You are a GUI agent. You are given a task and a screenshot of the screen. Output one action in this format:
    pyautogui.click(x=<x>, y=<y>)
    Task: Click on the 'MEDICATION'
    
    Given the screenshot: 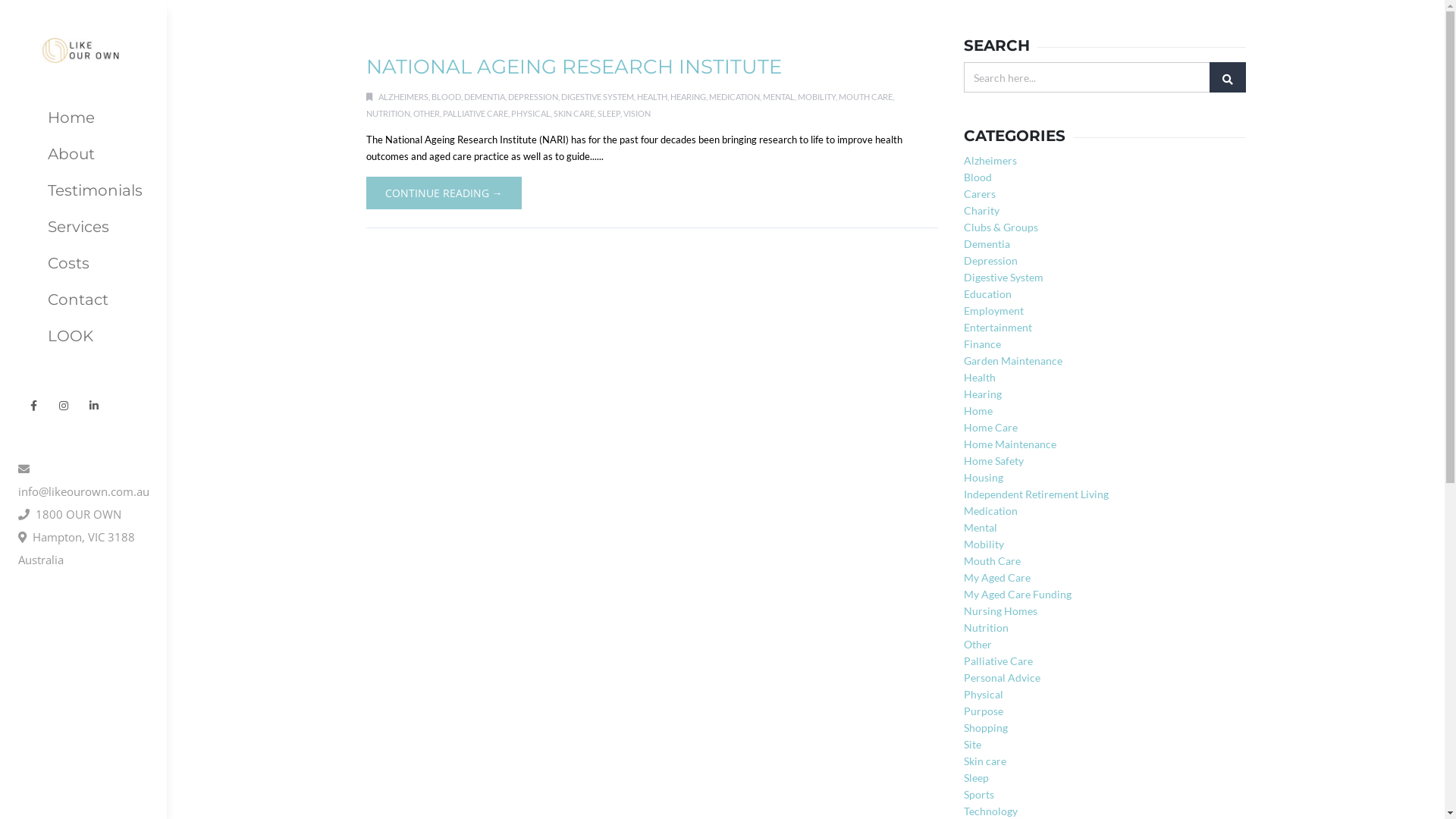 What is the action you would take?
    pyautogui.click(x=733, y=96)
    